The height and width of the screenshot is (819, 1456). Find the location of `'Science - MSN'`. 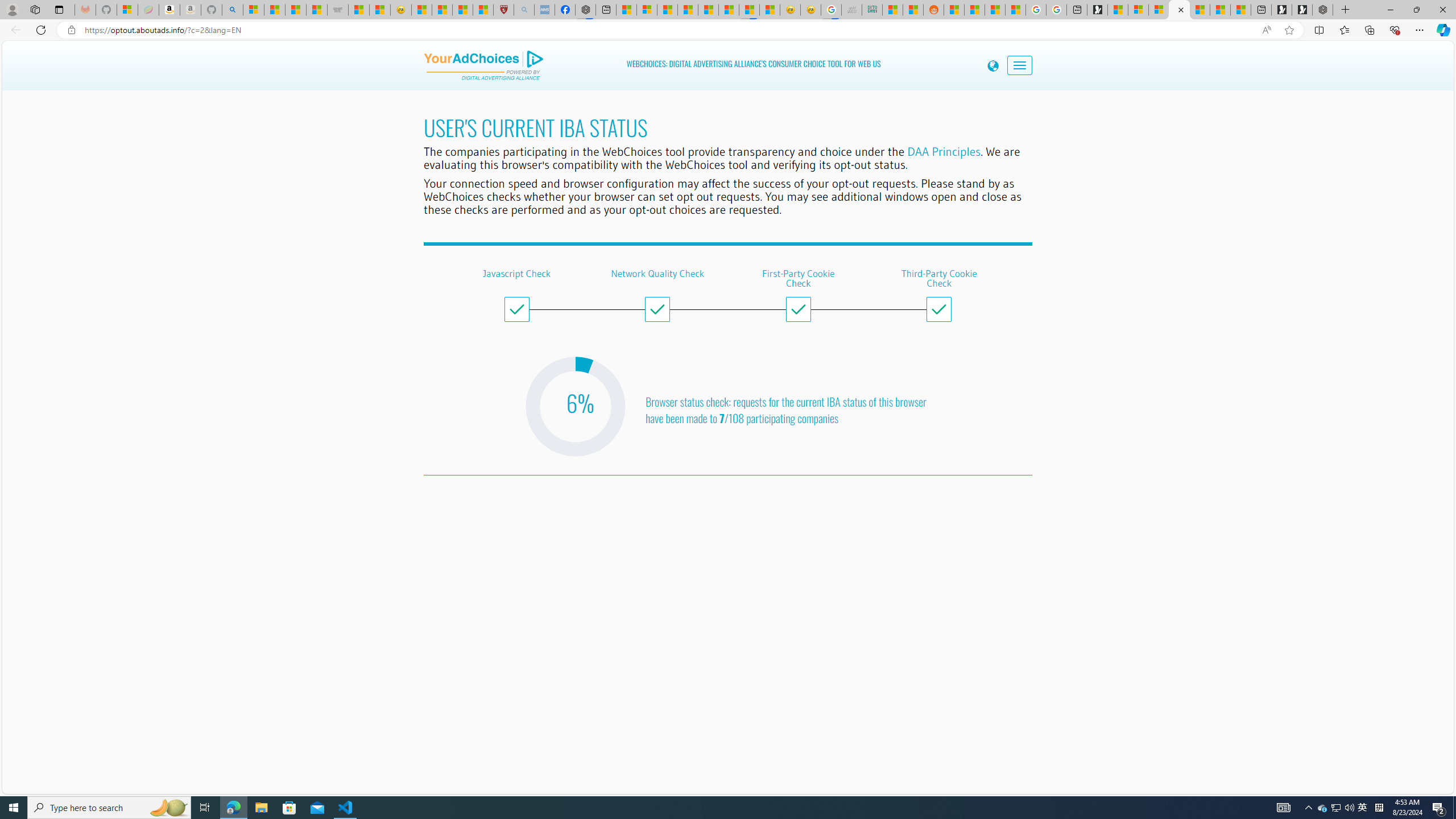

'Science - MSN' is located at coordinates (461, 9).